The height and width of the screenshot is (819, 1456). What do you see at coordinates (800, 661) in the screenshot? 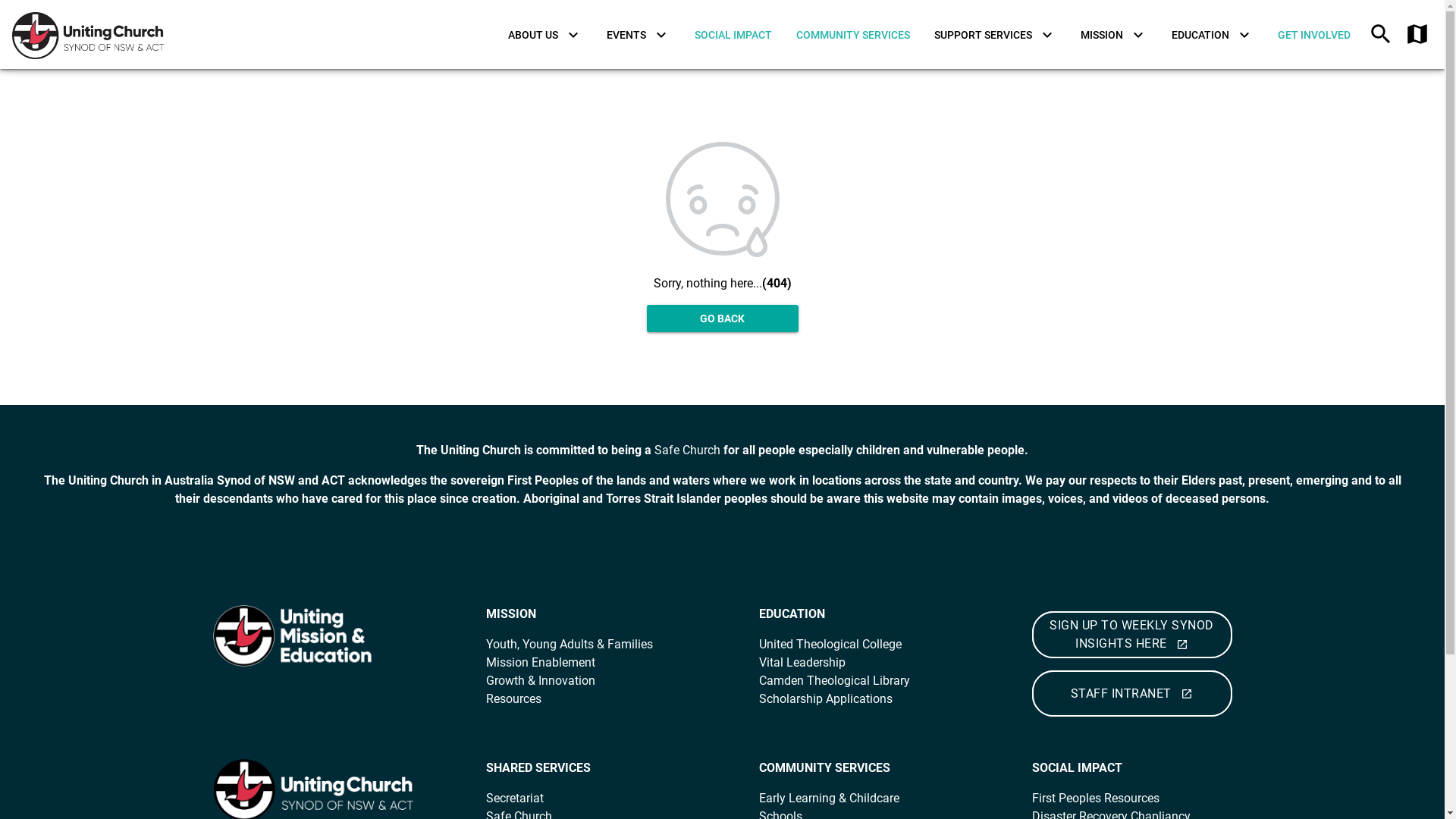
I see `'Vital Leadership'` at bounding box center [800, 661].